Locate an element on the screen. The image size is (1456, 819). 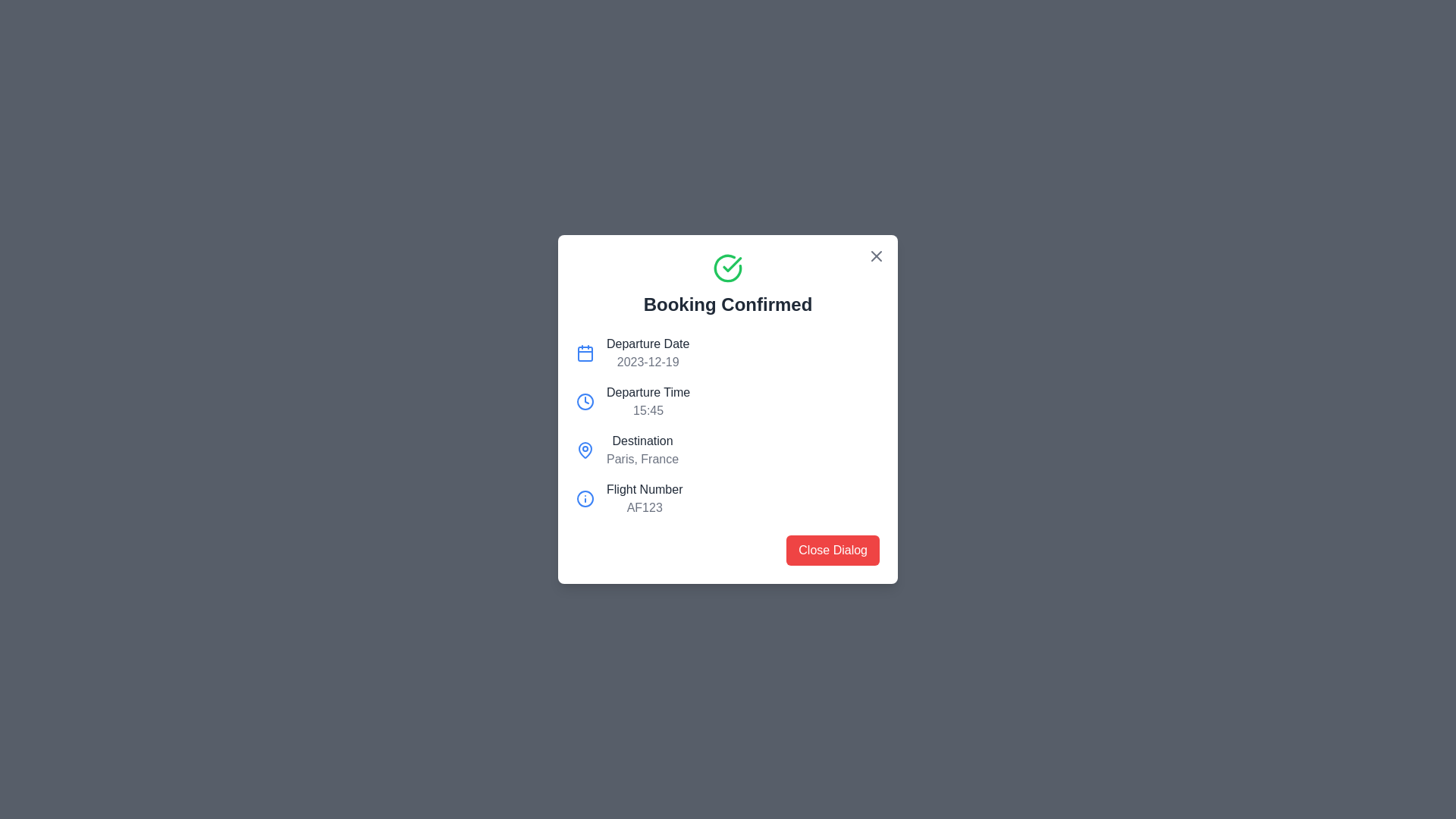
the close button located at the bottom-right area of the dialog box is located at coordinates (832, 550).